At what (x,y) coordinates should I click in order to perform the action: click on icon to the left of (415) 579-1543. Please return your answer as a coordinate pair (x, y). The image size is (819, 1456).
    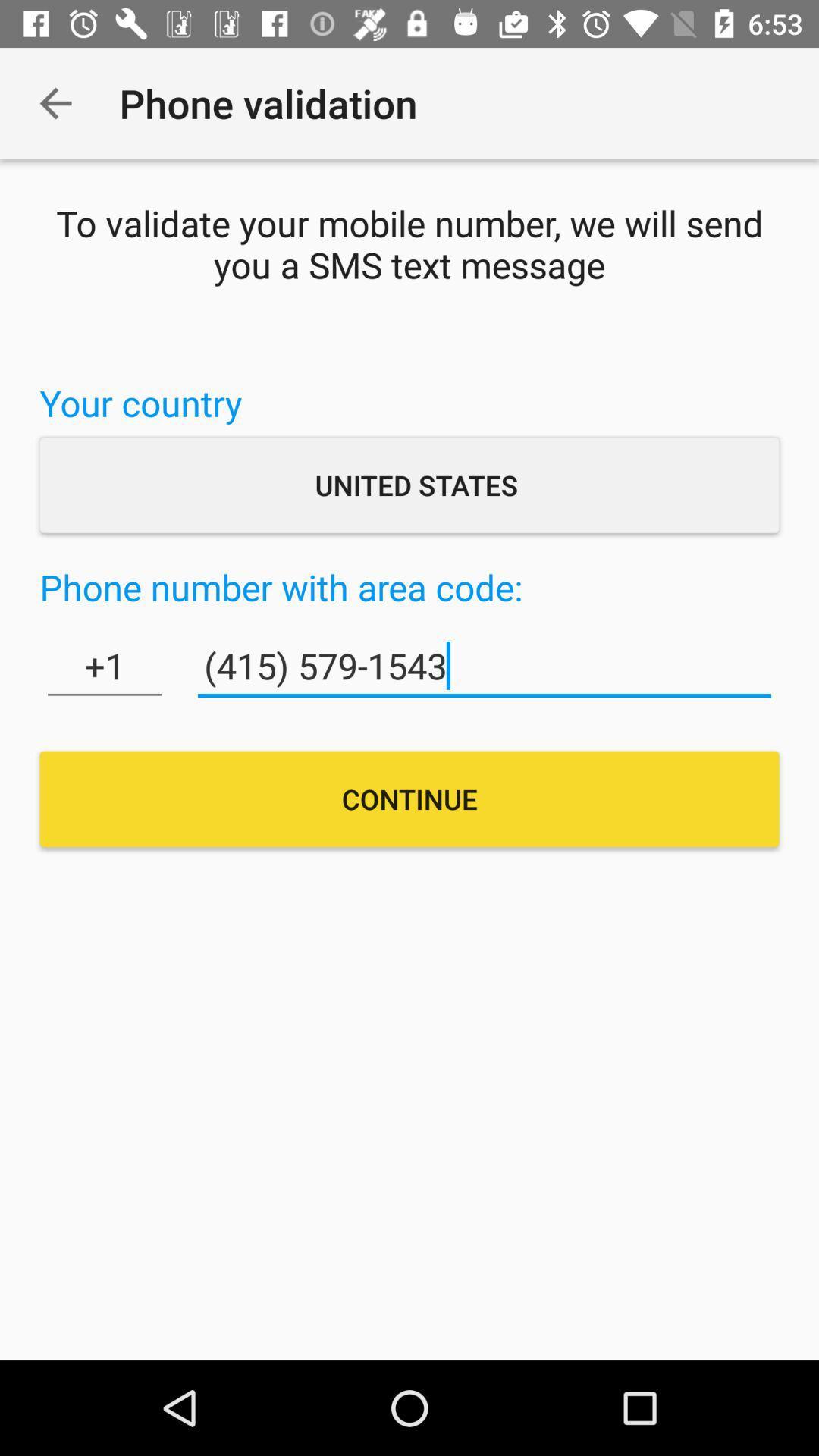
    Looking at the image, I should click on (104, 666).